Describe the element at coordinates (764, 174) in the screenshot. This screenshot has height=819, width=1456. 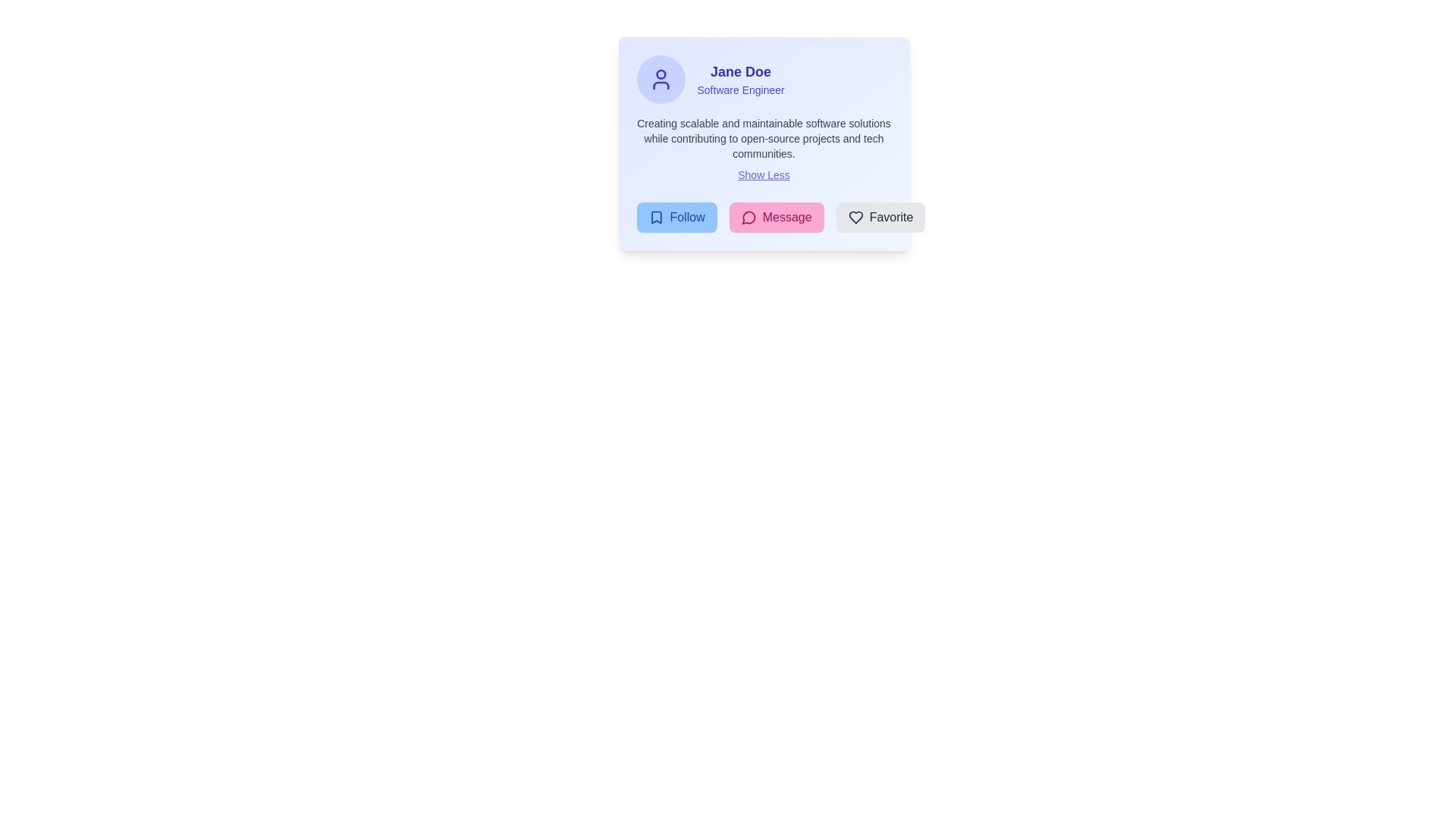
I see `the clickable link located below the descriptive text in the user profile card` at that location.